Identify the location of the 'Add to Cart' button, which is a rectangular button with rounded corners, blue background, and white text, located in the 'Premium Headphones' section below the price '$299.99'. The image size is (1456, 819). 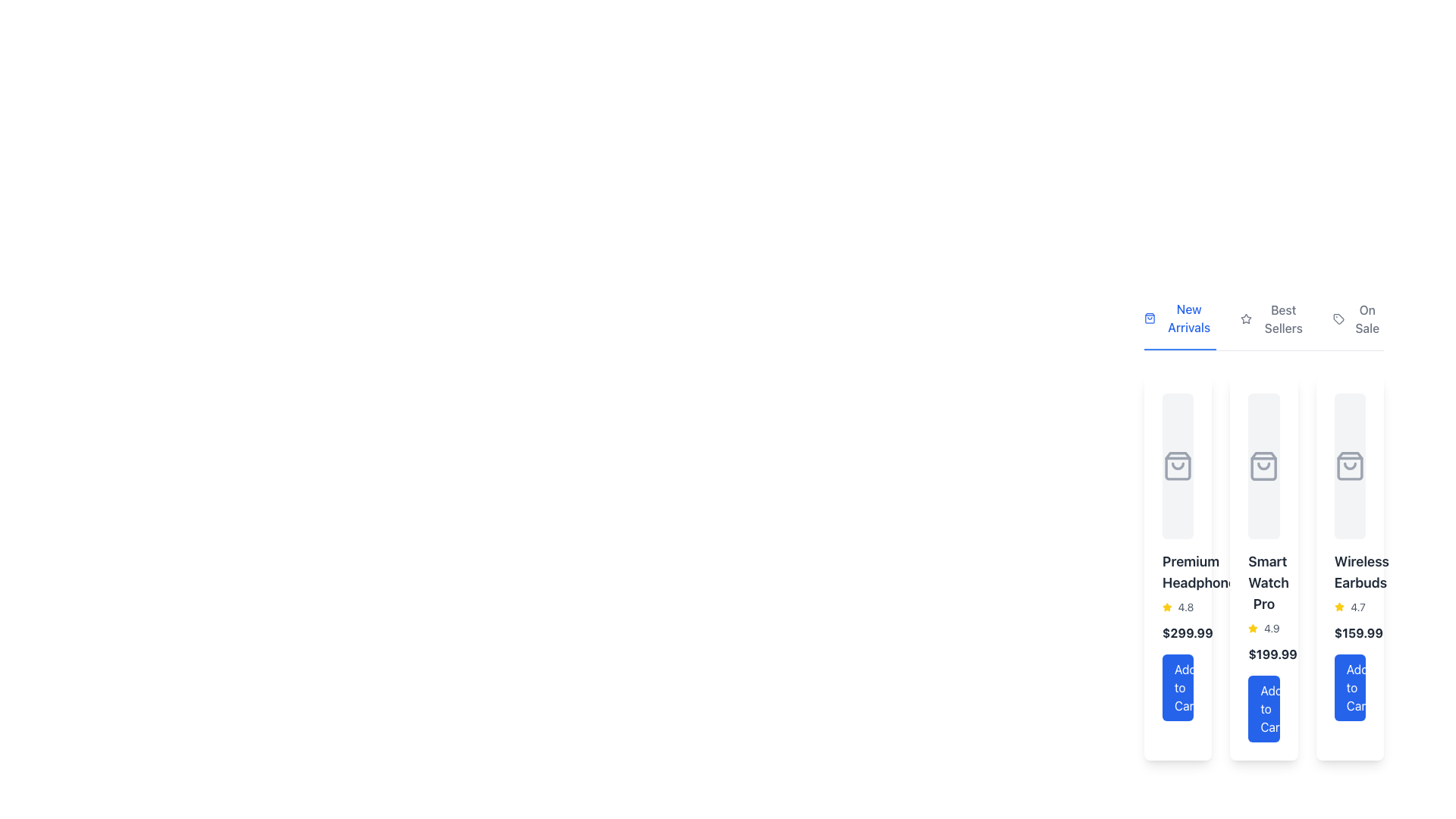
(1177, 687).